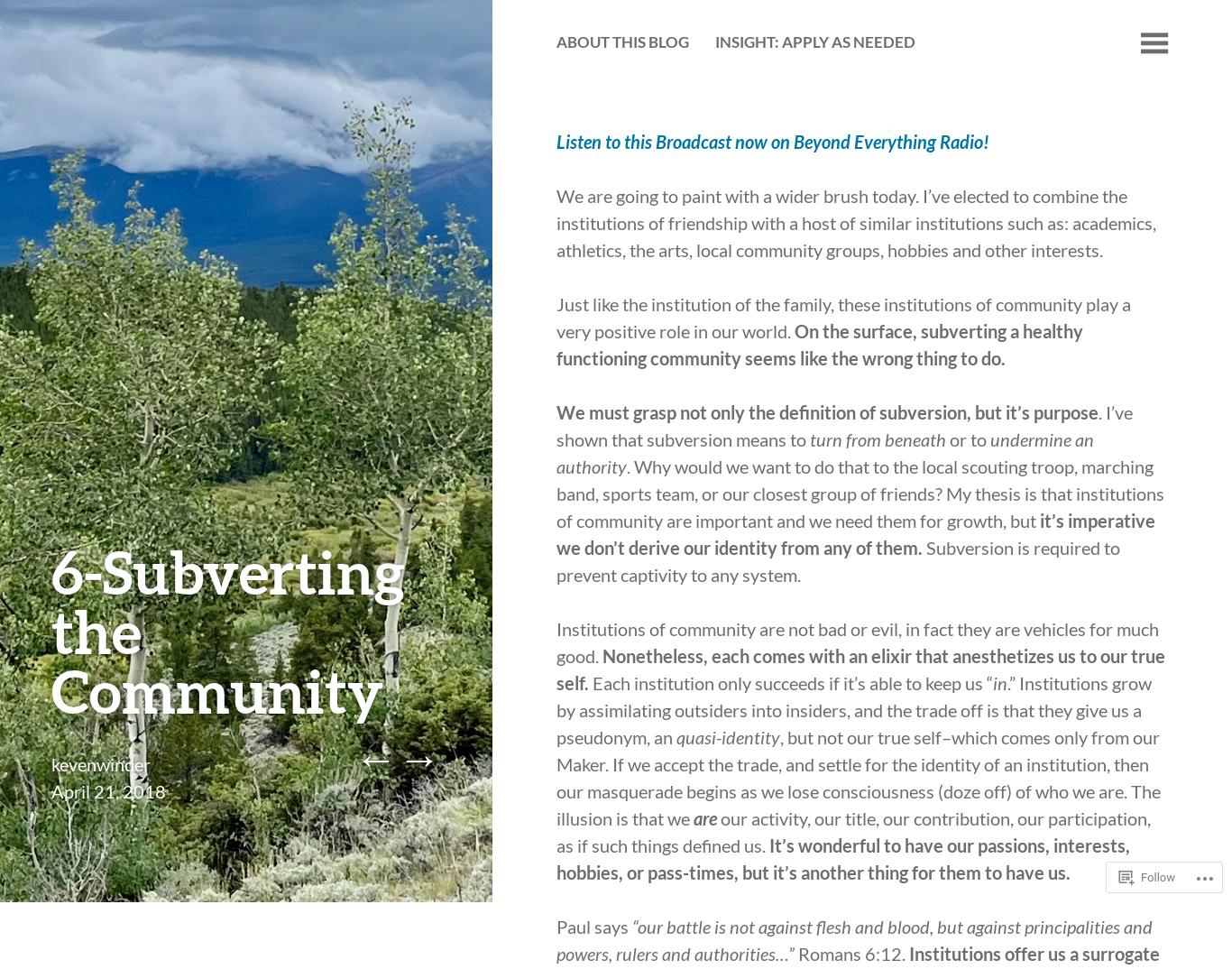 Image resolution: width=1232 pixels, height=969 pixels. Describe the element at coordinates (51, 763) in the screenshot. I see `'kevenwinder'` at that location.